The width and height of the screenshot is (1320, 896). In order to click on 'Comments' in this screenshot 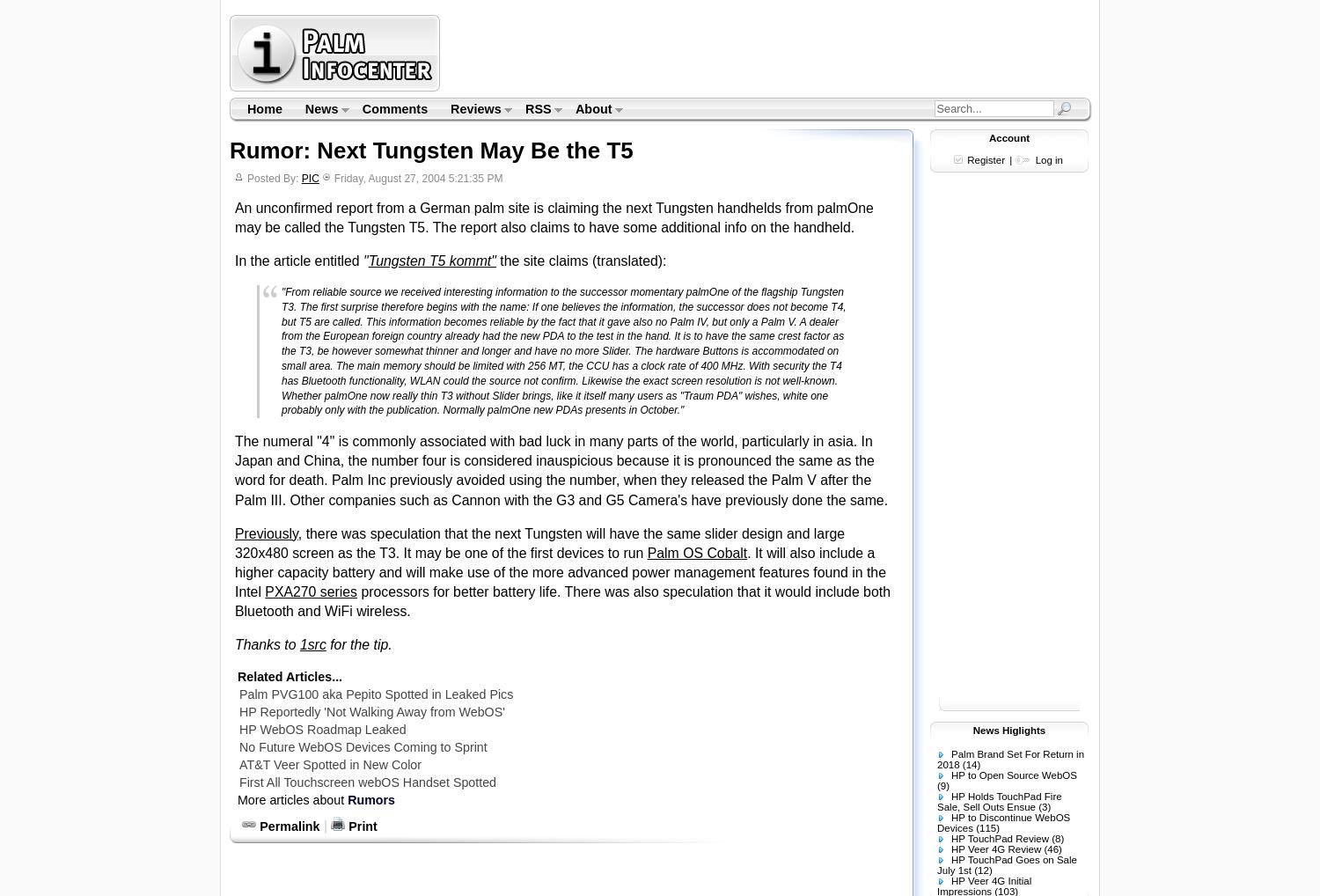, I will do `click(393, 107)`.